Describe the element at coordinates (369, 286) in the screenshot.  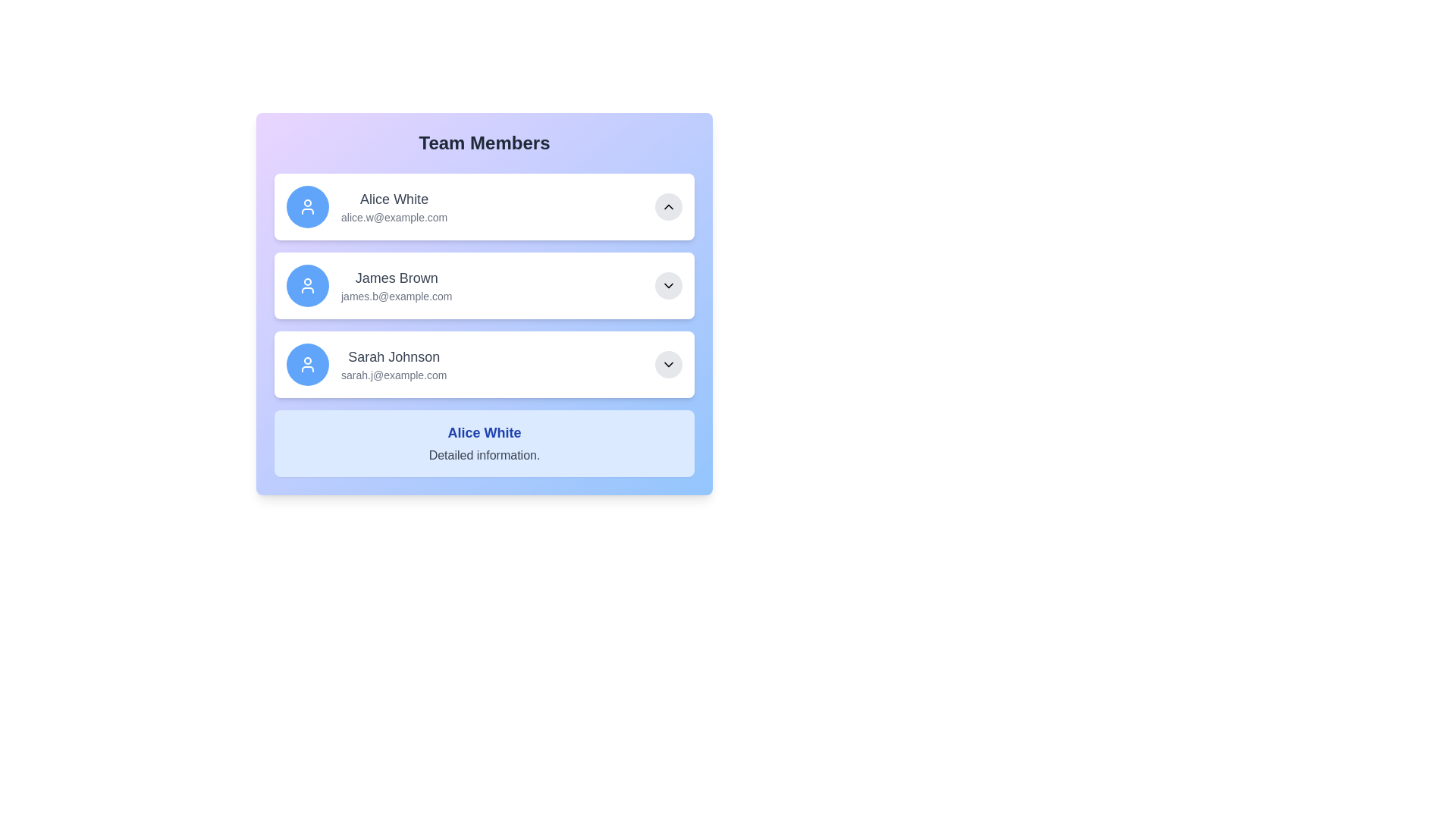
I see `the informational list entry displaying 'James Brown' and 'james.b@example.com'` at that location.